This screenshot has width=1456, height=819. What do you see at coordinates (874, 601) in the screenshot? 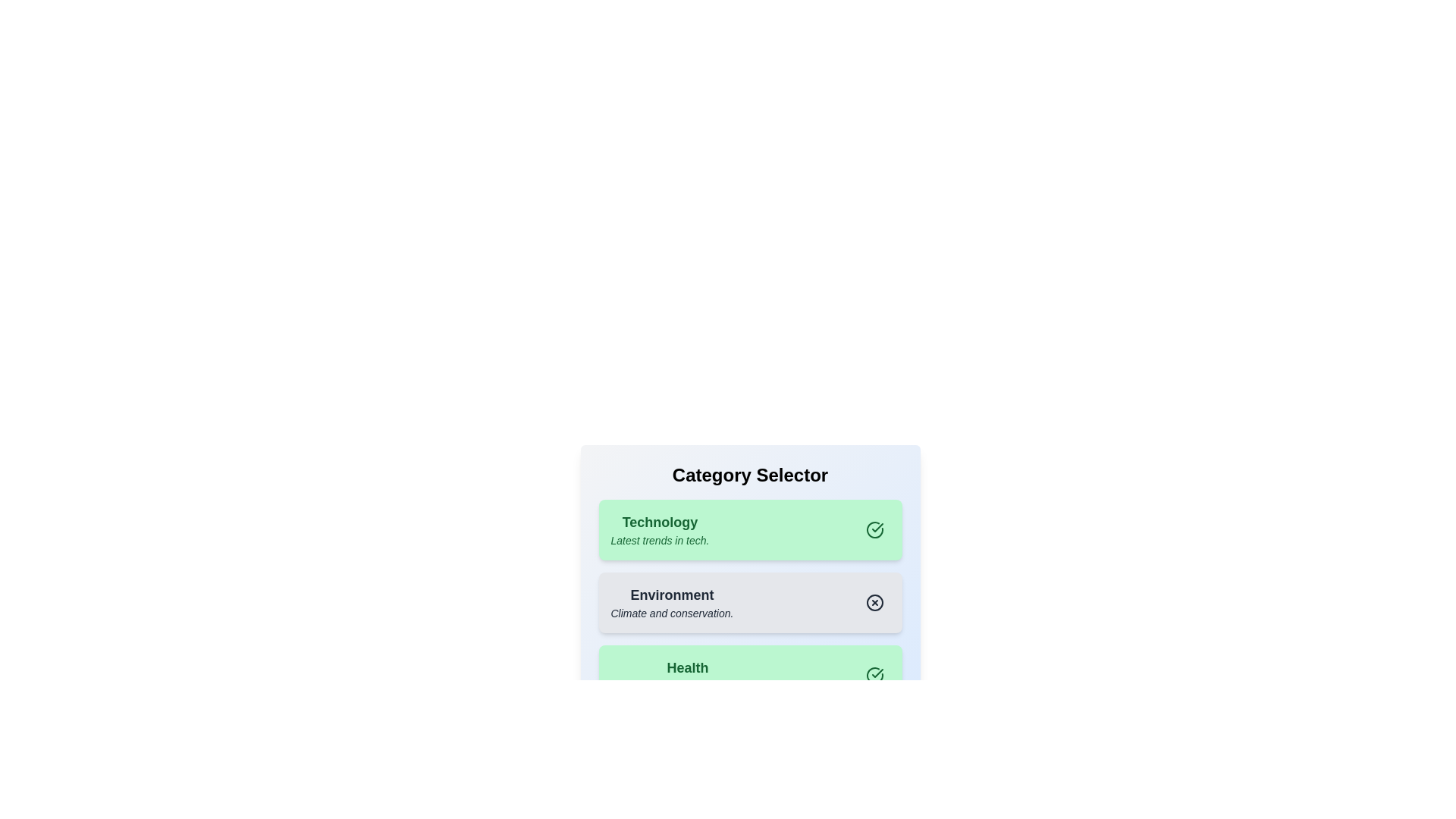
I see `the toggle button for the category Environment to toggle its active state` at bounding box center [874, 601].